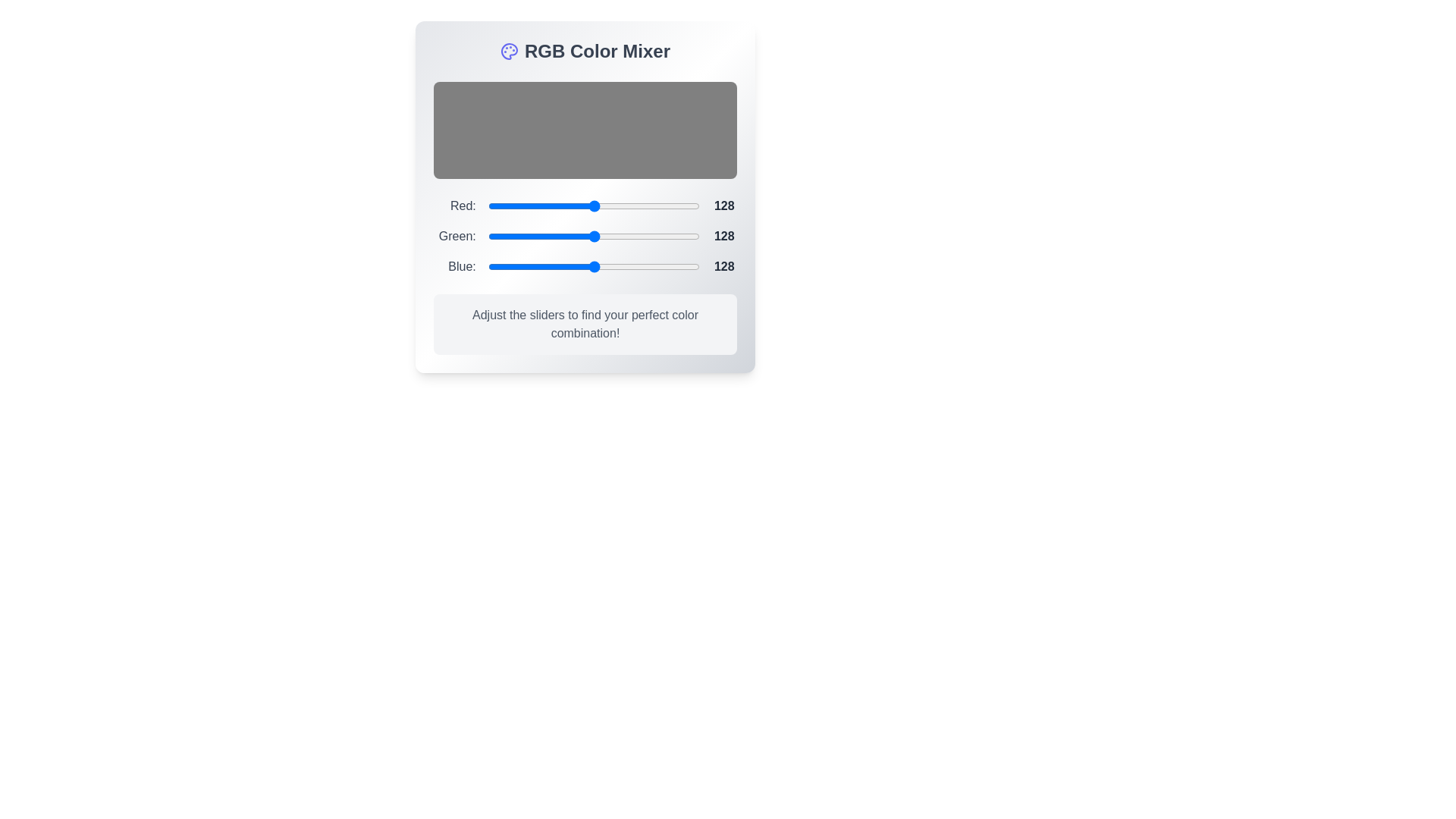 This screenshot has height=819, width=1456. Describe the element at coordinates (571, 206) in the screenshot. I see `the 0 slider to 101` at that location.